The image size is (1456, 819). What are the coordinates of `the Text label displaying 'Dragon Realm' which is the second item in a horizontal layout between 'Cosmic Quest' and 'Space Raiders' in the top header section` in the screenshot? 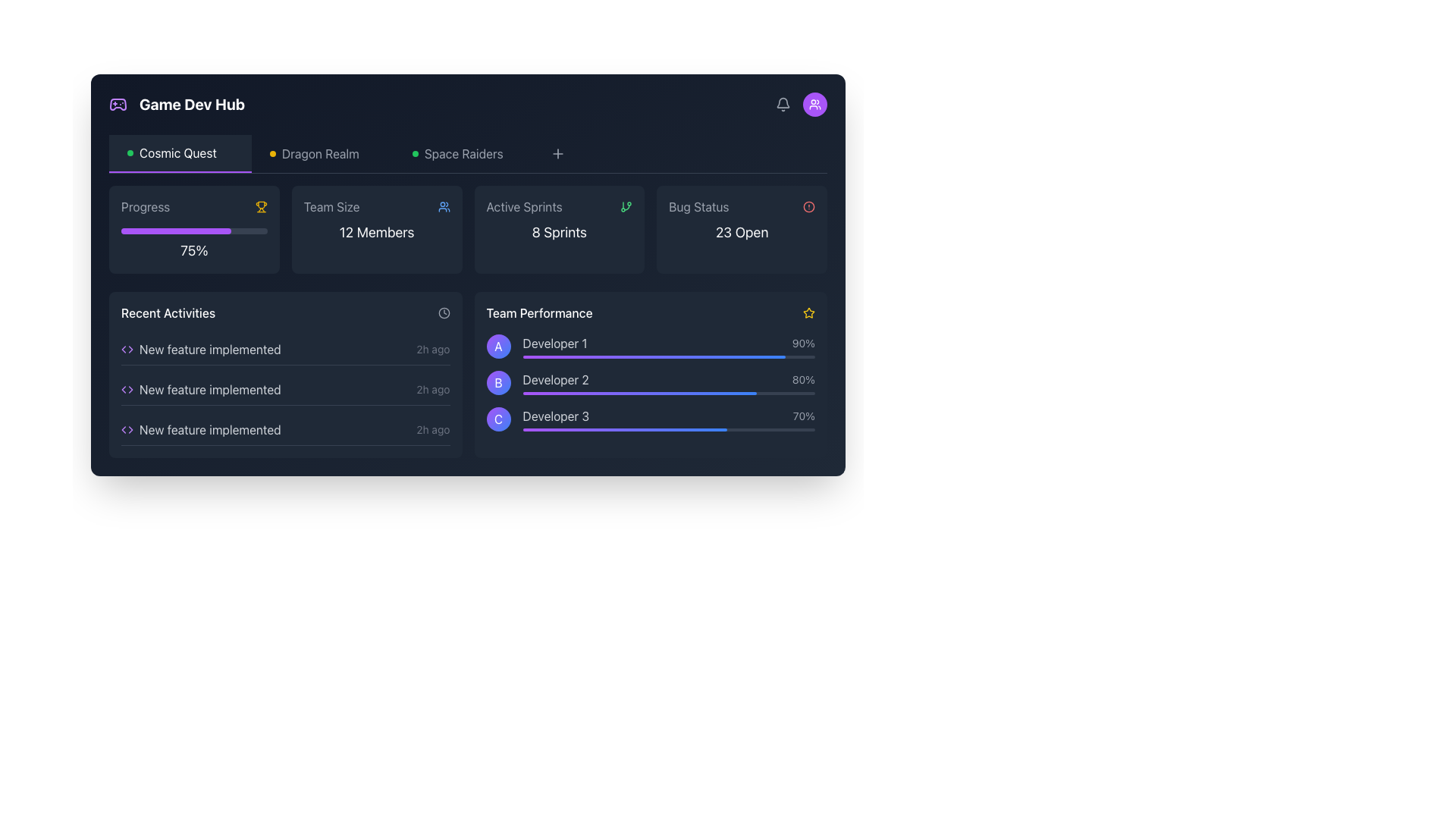 It's located at (313, 154).